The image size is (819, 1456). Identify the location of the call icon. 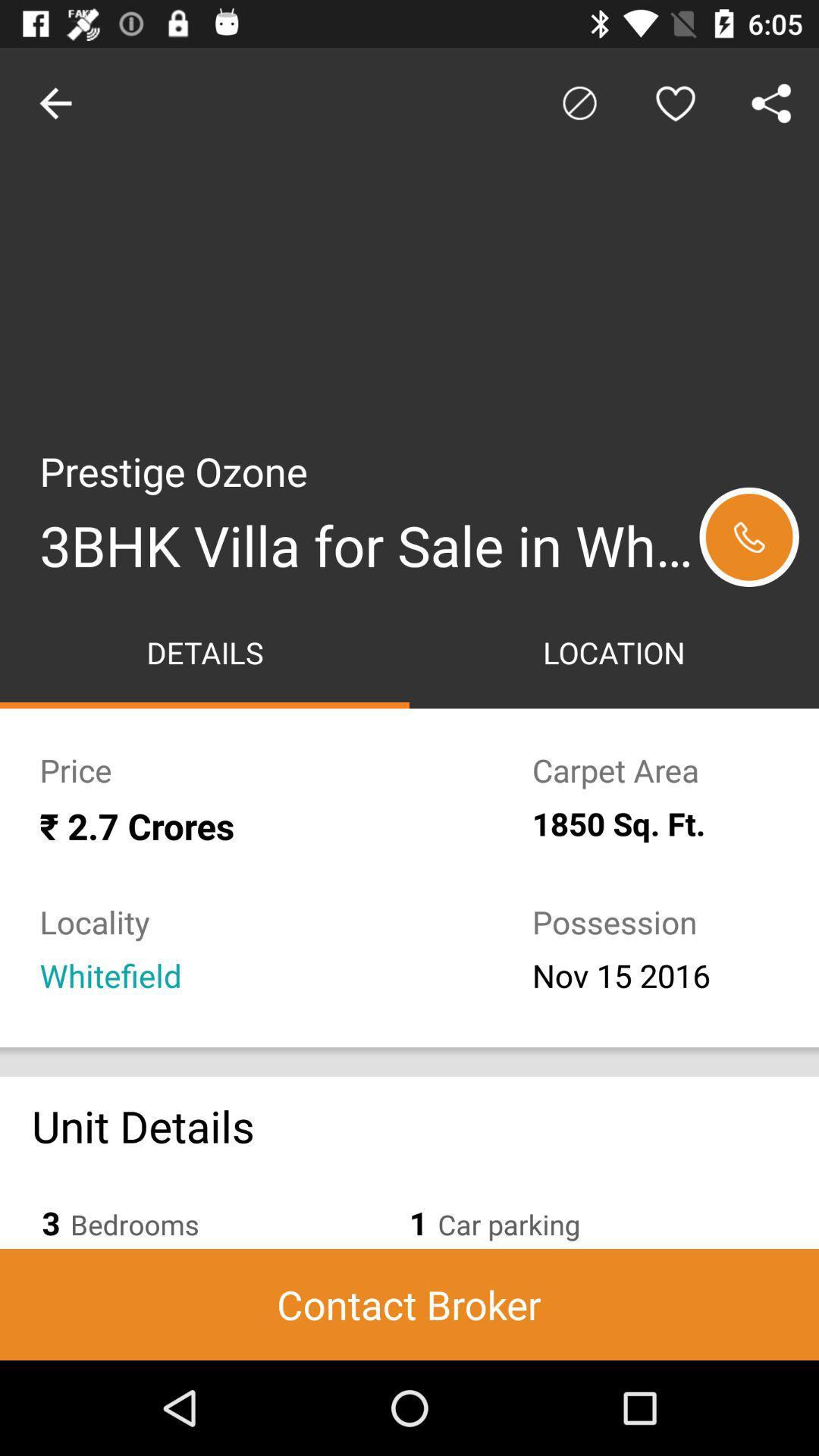
(748, 537).